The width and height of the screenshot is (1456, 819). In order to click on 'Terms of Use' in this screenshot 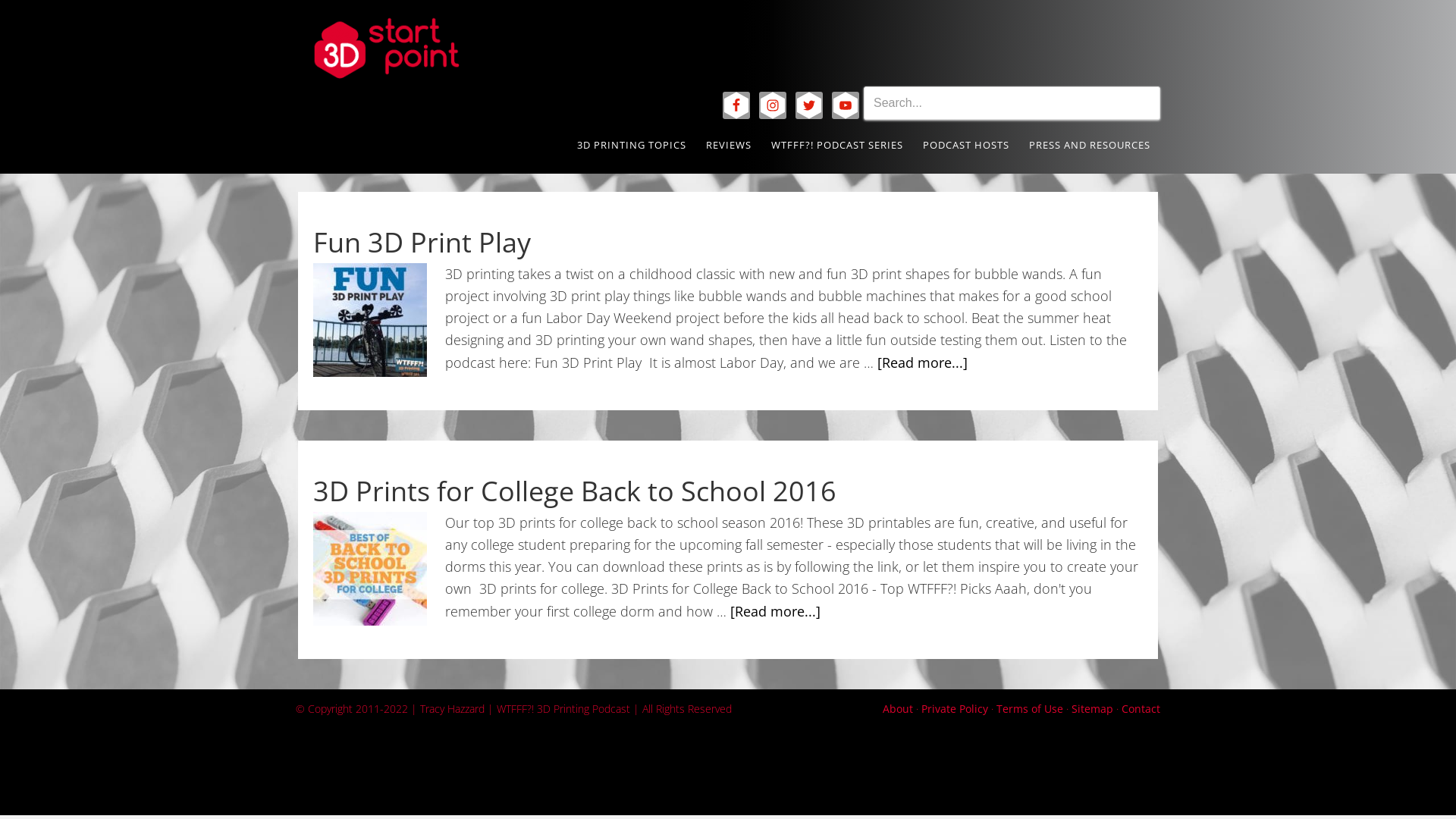, I will do `click(996, 708)`.